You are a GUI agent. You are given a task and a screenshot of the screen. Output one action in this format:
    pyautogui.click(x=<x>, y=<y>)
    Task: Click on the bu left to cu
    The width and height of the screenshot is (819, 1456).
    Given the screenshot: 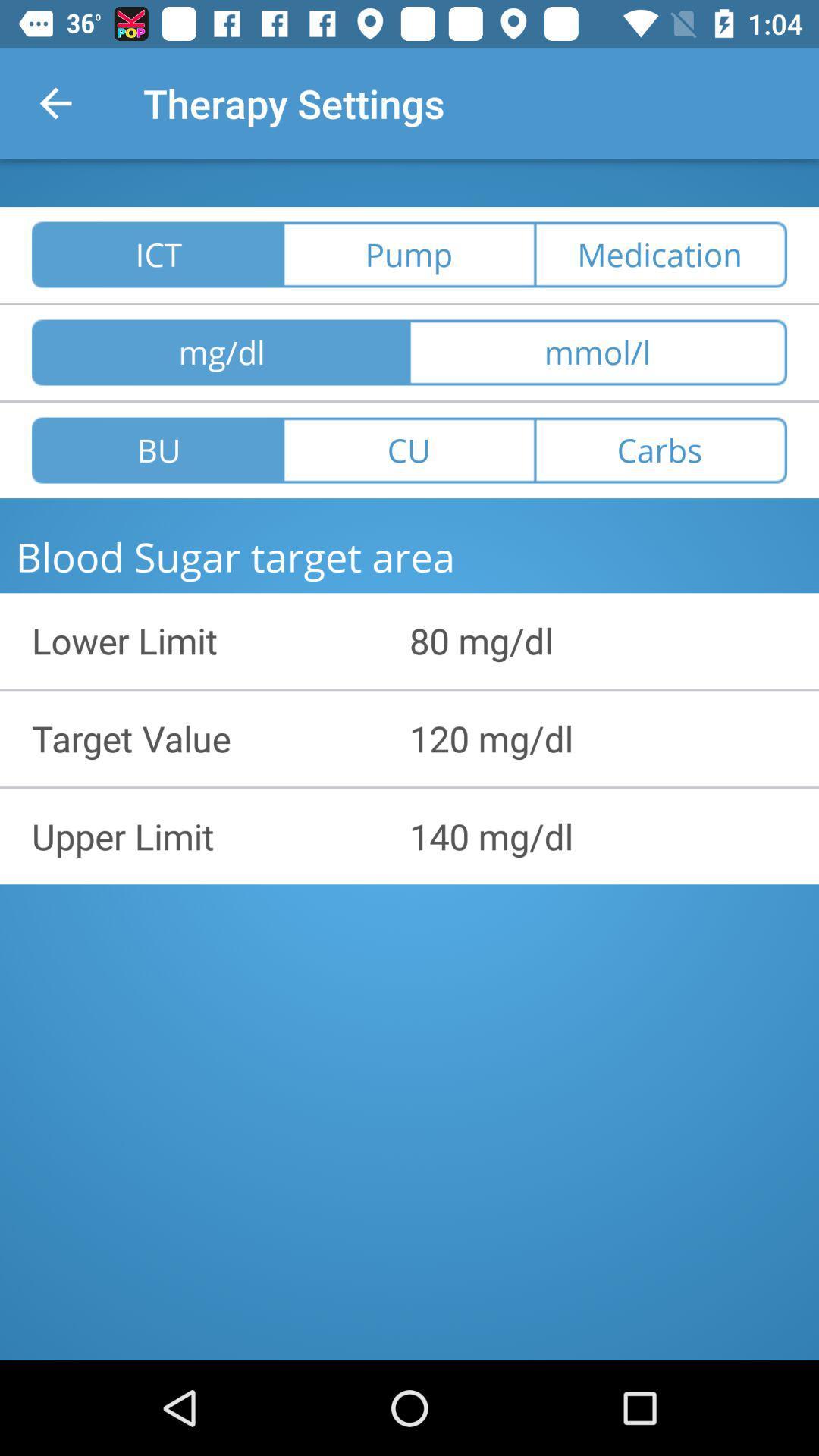 What is the action you would take?
    pyautogui.click(x=158, y=450)
    